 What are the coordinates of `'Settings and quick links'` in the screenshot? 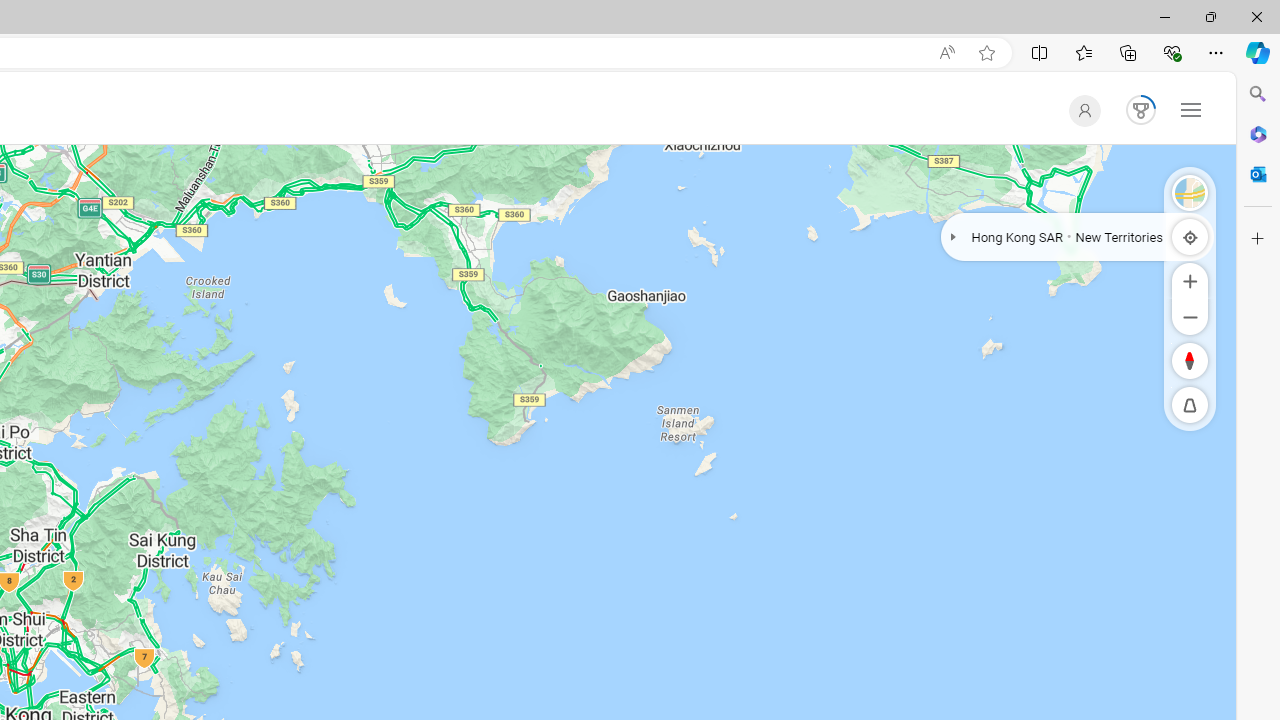 It's located at (1191, 109).